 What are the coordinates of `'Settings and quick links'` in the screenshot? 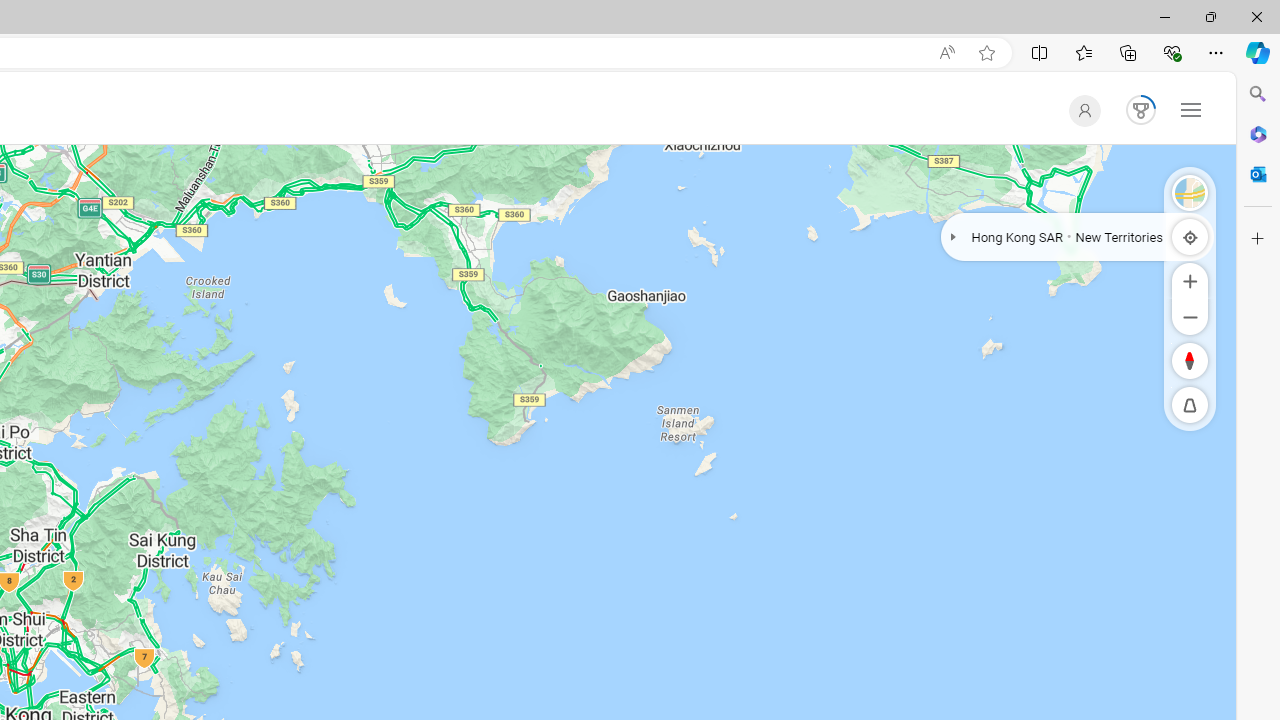 It's located at (1191, 109).